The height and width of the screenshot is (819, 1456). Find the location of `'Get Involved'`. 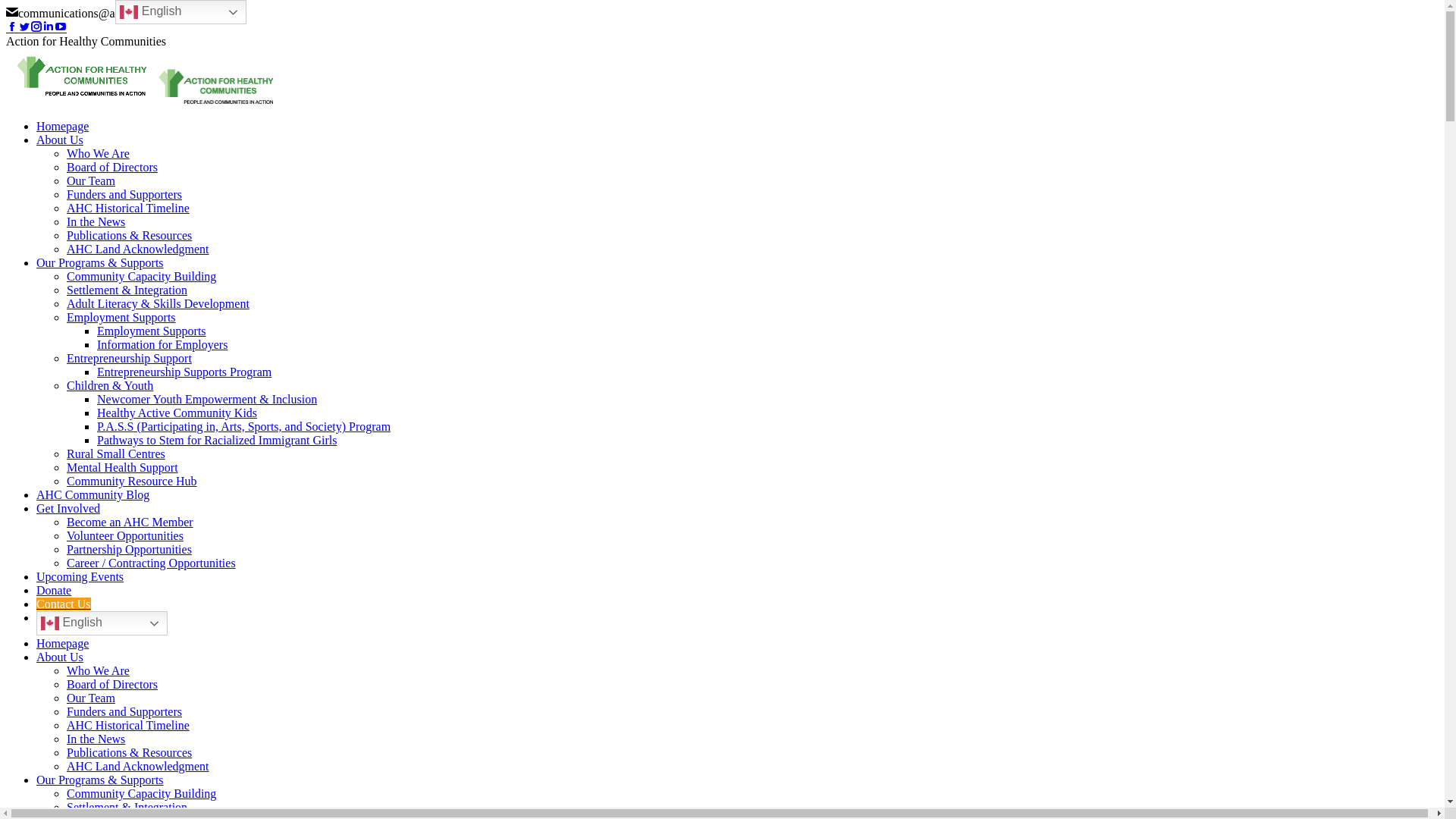

'Get Involved' is located at coordinates (36, 508).